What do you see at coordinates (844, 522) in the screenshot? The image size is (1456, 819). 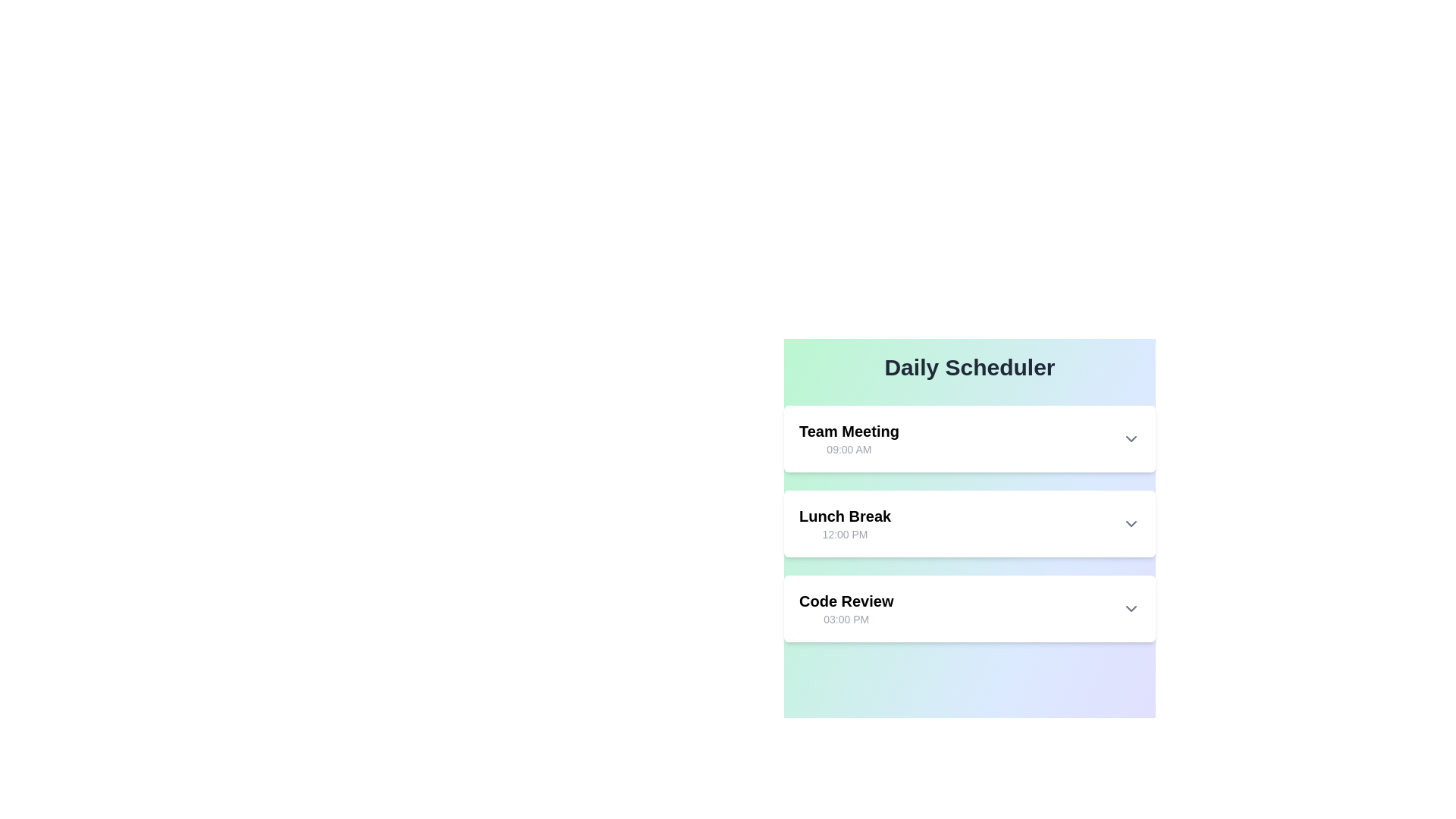 I see `the 'Lunch Break' text label which displays 'Lunch Break' in bold and '12:00 PM' in smaller gray font, located in the middle of the schedule list interface` at bounding box center [844, 522].